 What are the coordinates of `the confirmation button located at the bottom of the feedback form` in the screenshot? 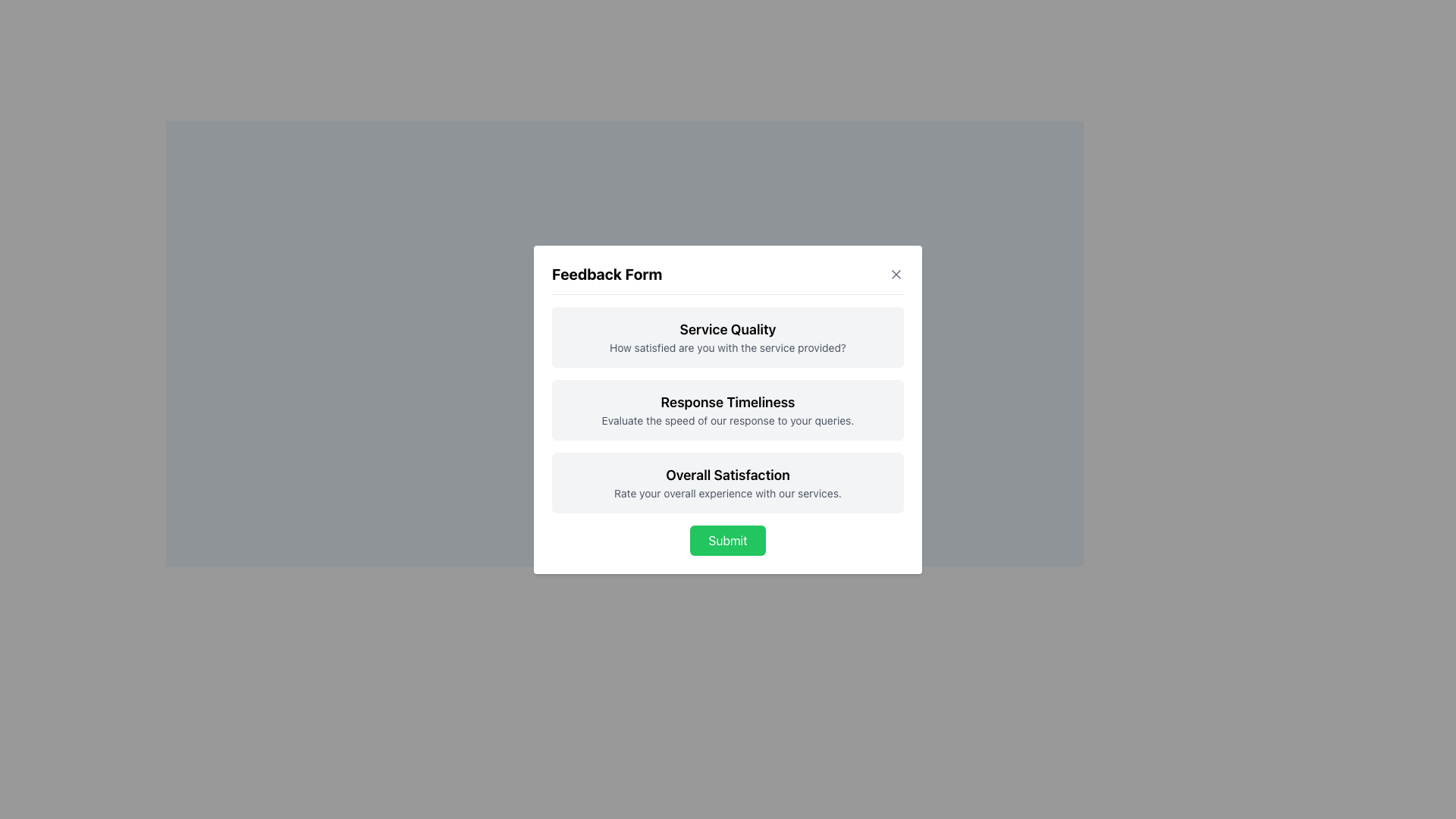 It's located at (728, 539).